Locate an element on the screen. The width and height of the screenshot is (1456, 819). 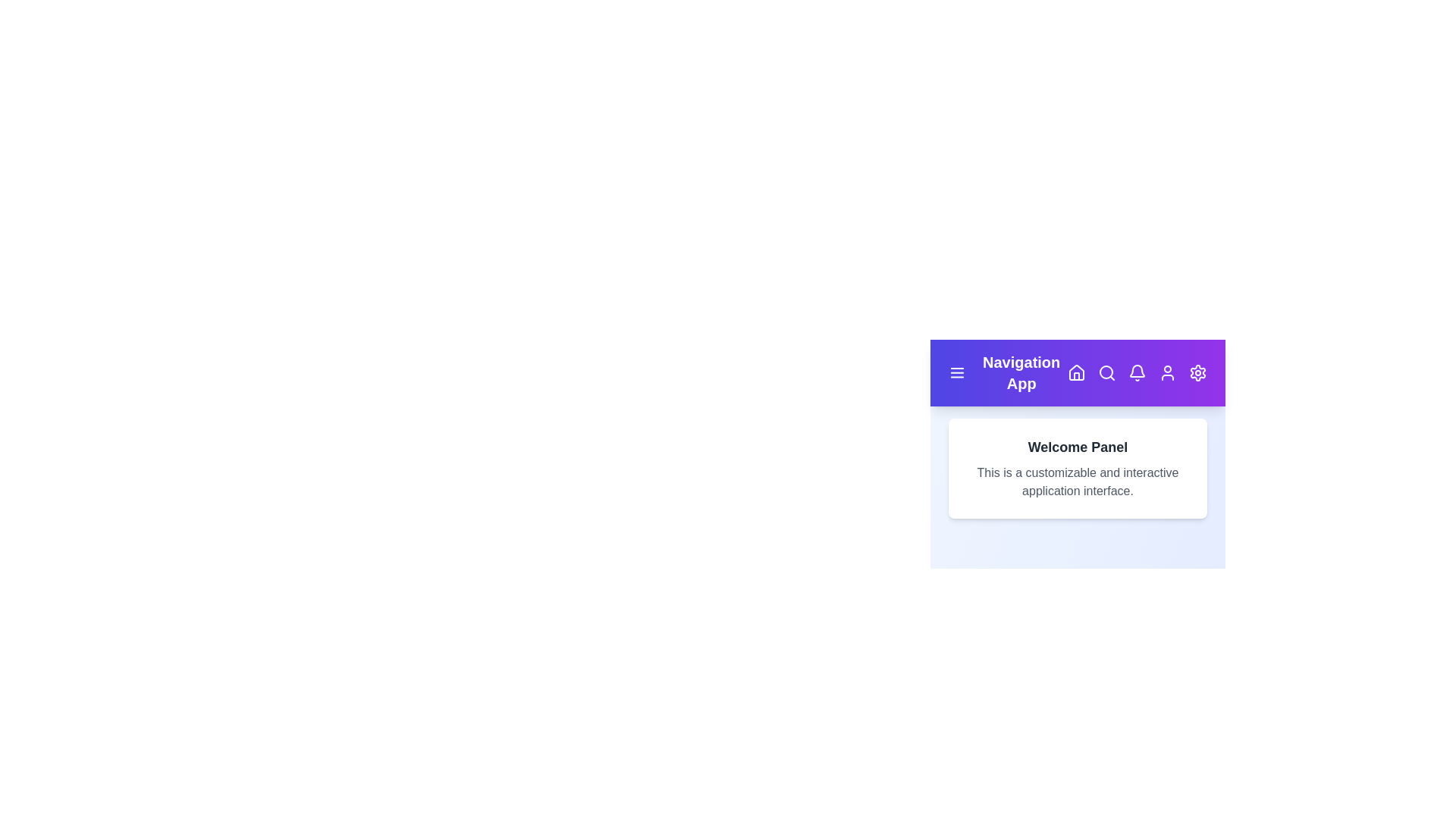
the Settings icon in the navigation bar to navigate to its respective section is located at coordinates (1197, 373).